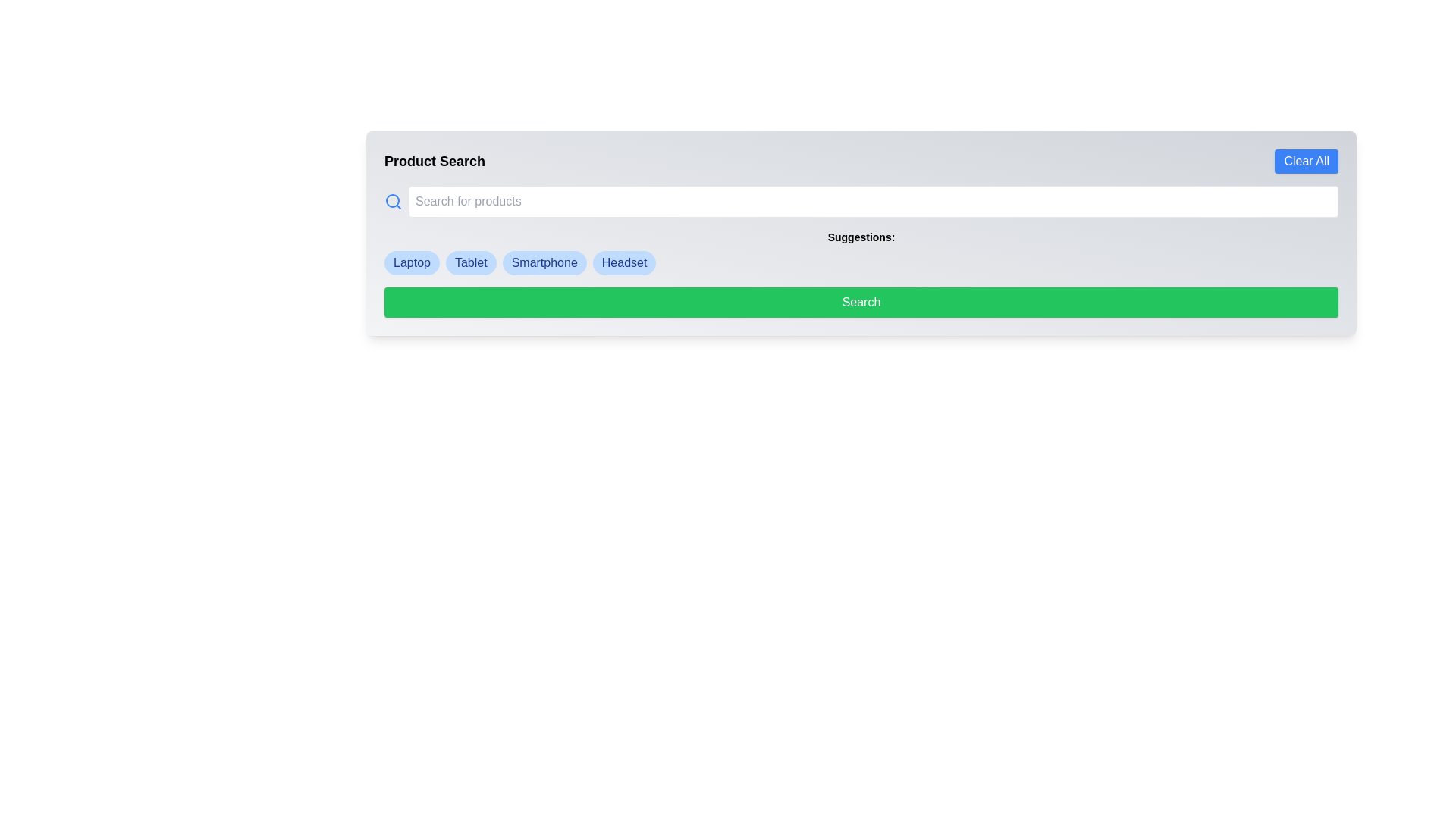 The height and width of the screenshot is (819, 1456). What do you see at coordinates (861, 302) in the screenshot?
I see `the green 'Search' button with white text located below the 'Suggestions' section` at bounding box center [861, 302].